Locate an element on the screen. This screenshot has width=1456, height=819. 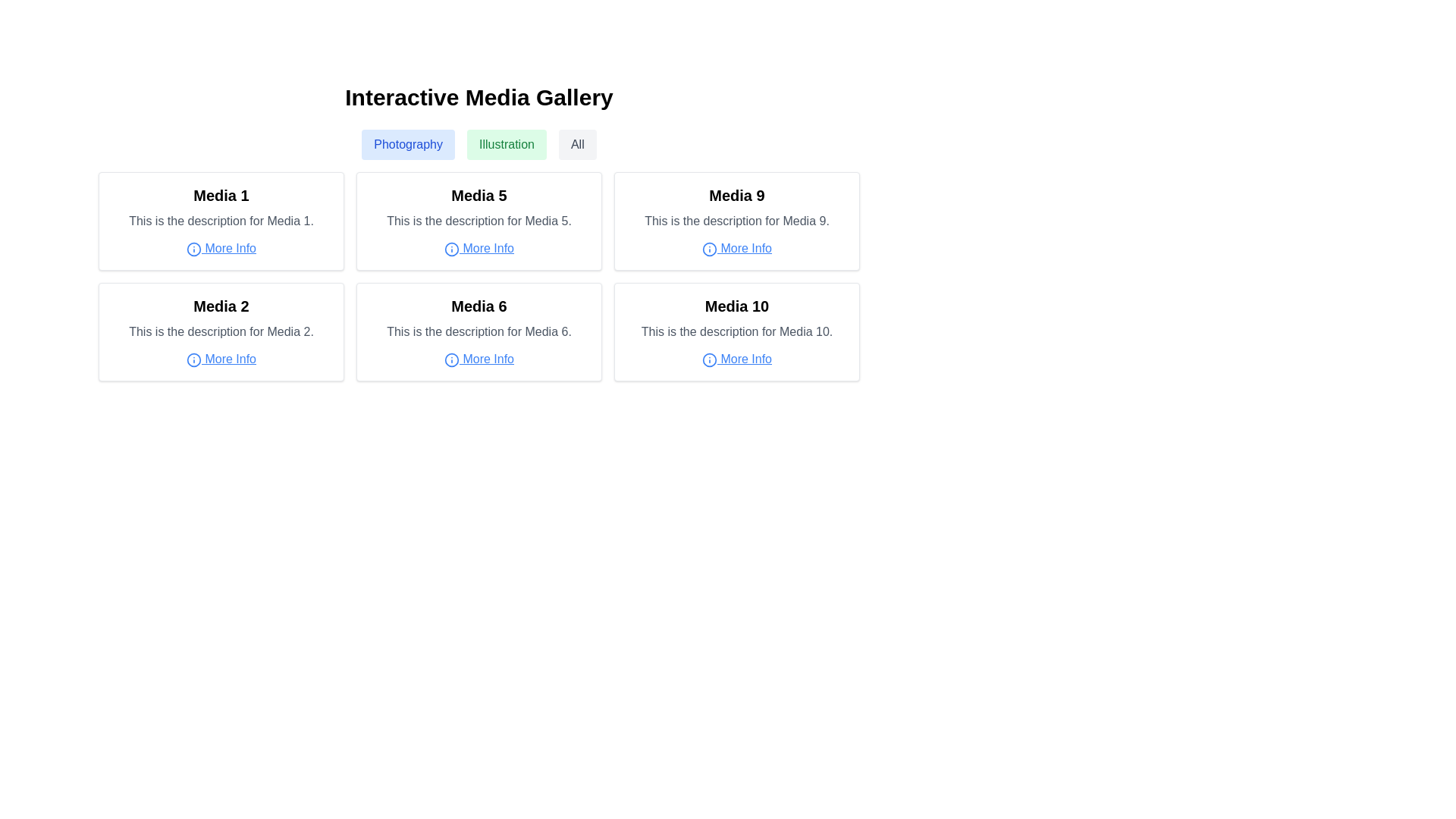
the outermost circular graphical element within the 'Media 1' grid card, positioned below the text 'Media 1' and above the 'More Info' link is located at coordinates (193, 248).